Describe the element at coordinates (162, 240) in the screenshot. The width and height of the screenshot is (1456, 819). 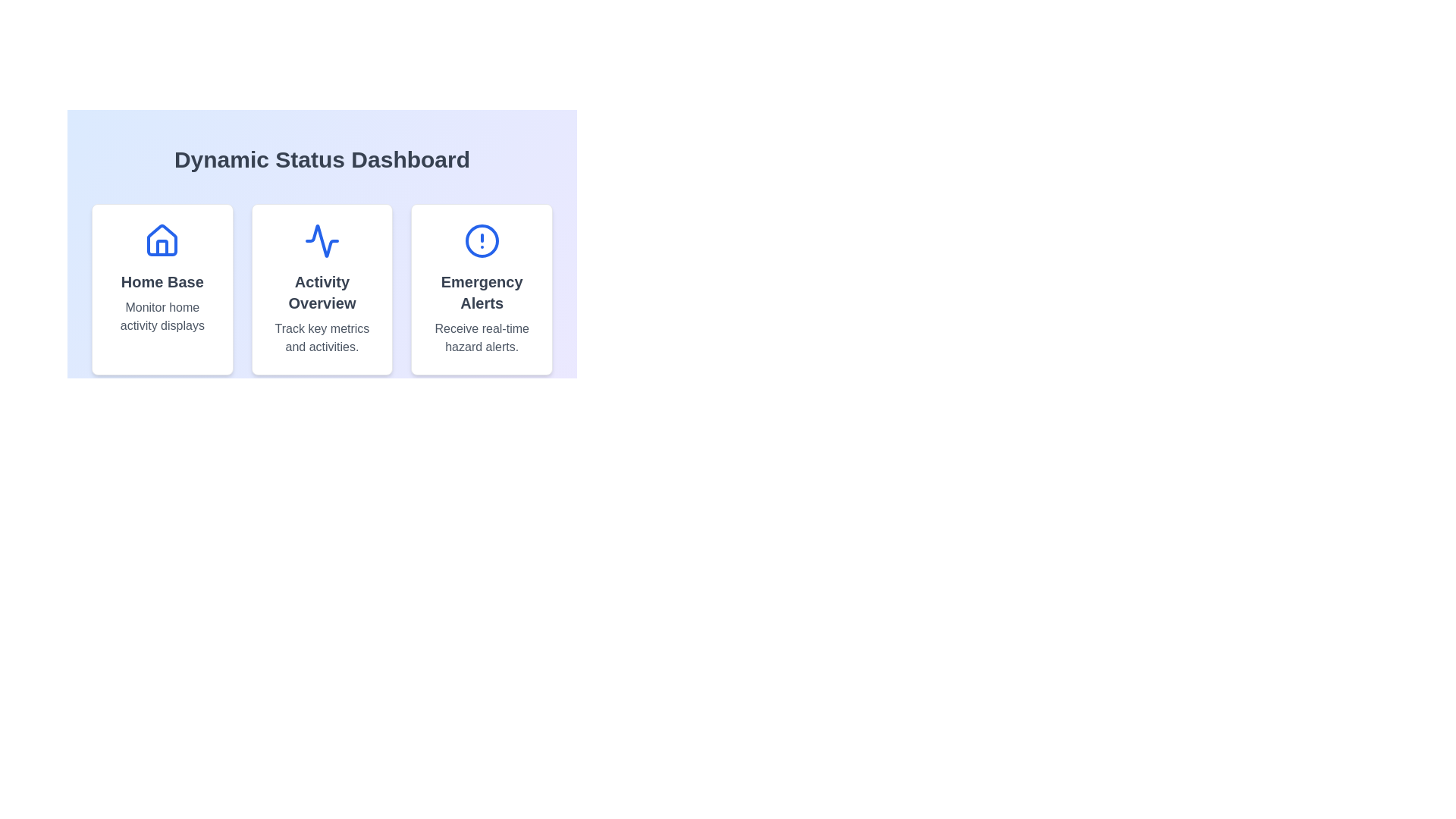
I see `the blue house-shaped icon located above the text 'Home Base', which serves as a visual identifier for the tile` at that location.